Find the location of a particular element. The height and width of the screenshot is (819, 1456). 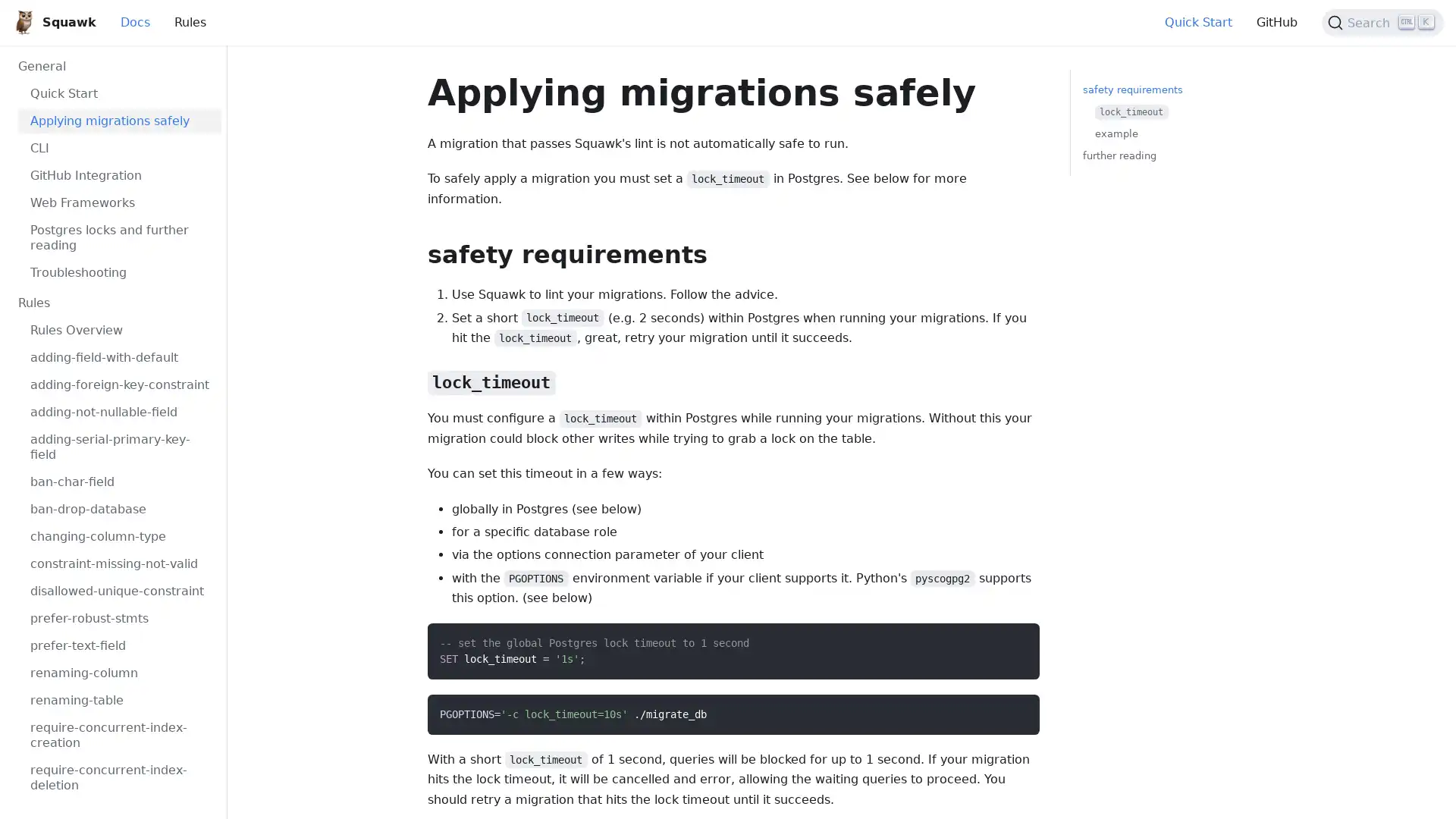

Copy code to clipboard is located at coordinates (1015, 711).